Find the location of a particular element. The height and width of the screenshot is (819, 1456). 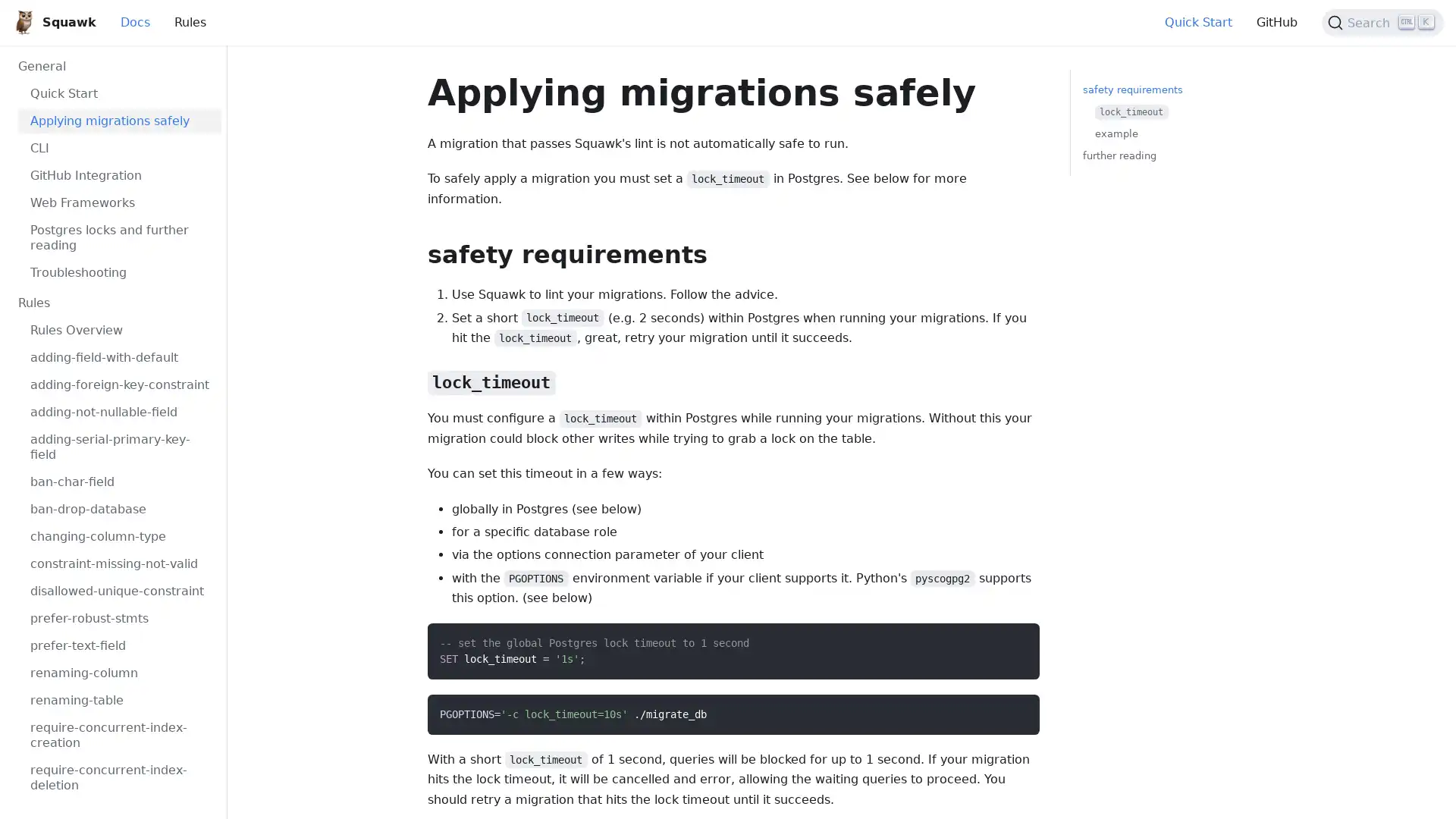

Copy code to clipboard is located at coordinates (1015, 711).